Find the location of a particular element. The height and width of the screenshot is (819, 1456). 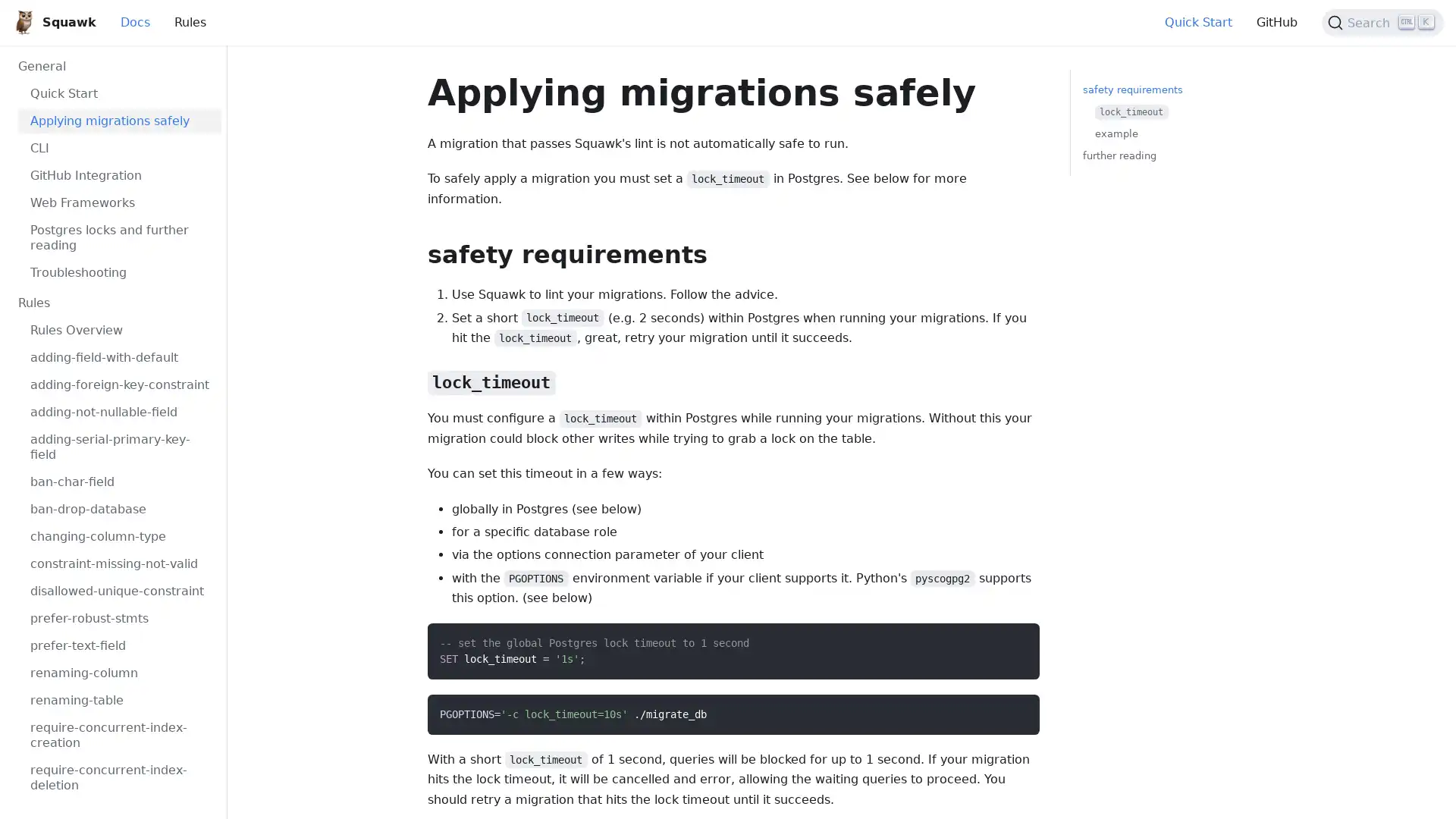

Copy code to clipboard is located at coordinates (1015, 711).